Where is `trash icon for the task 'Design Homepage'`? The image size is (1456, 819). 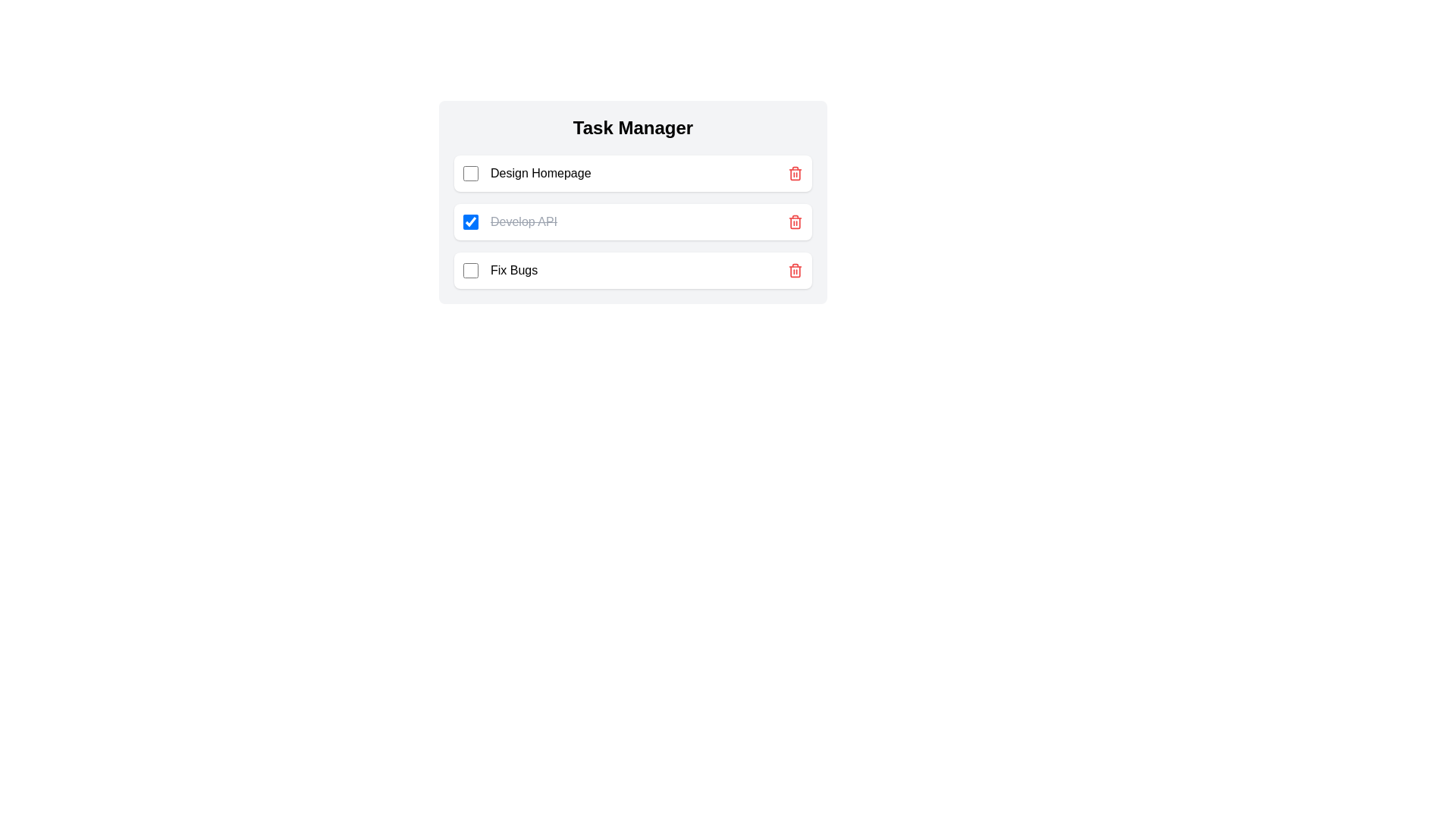
trash icon for the task 'Design Homepage' is located at coordinates (795, 172).